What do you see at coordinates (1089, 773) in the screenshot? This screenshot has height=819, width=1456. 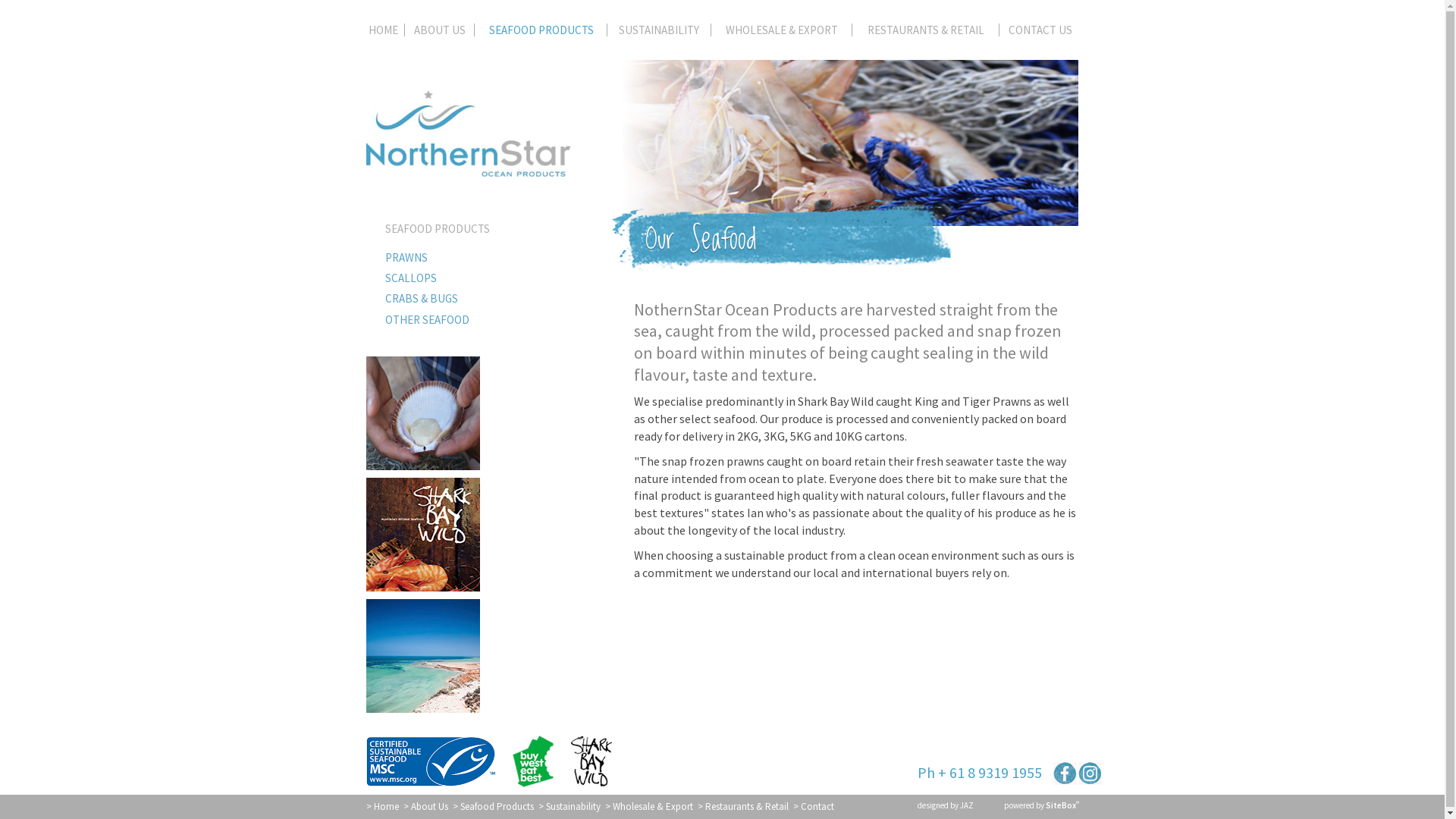 I see `' '` at bounding box center [1089, 773].